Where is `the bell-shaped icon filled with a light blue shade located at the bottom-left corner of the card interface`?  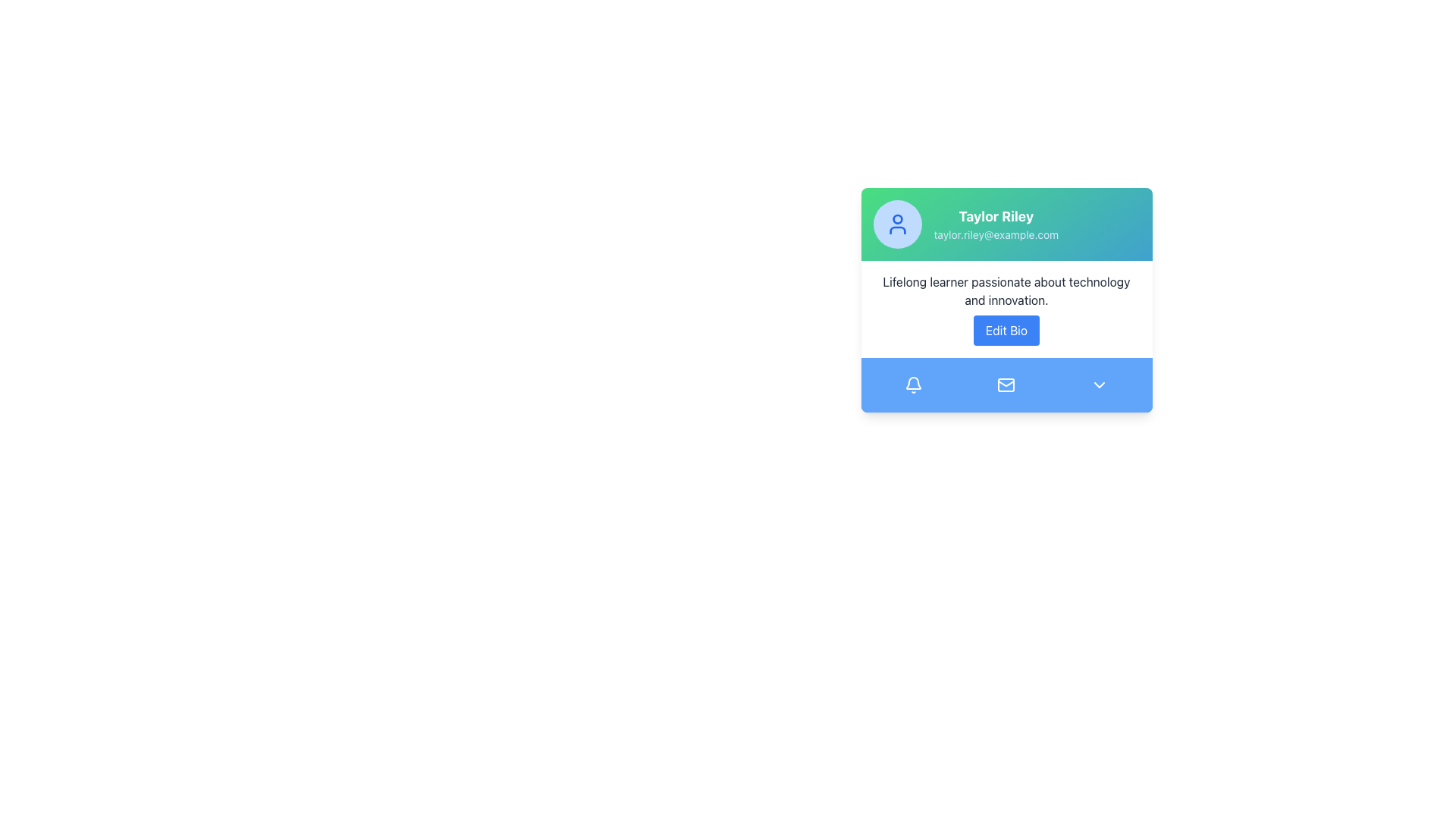
the bell-shaped icon filled with a light blue shade located at the bottom-left corner of the card interface is located at coordinates (912, 382).